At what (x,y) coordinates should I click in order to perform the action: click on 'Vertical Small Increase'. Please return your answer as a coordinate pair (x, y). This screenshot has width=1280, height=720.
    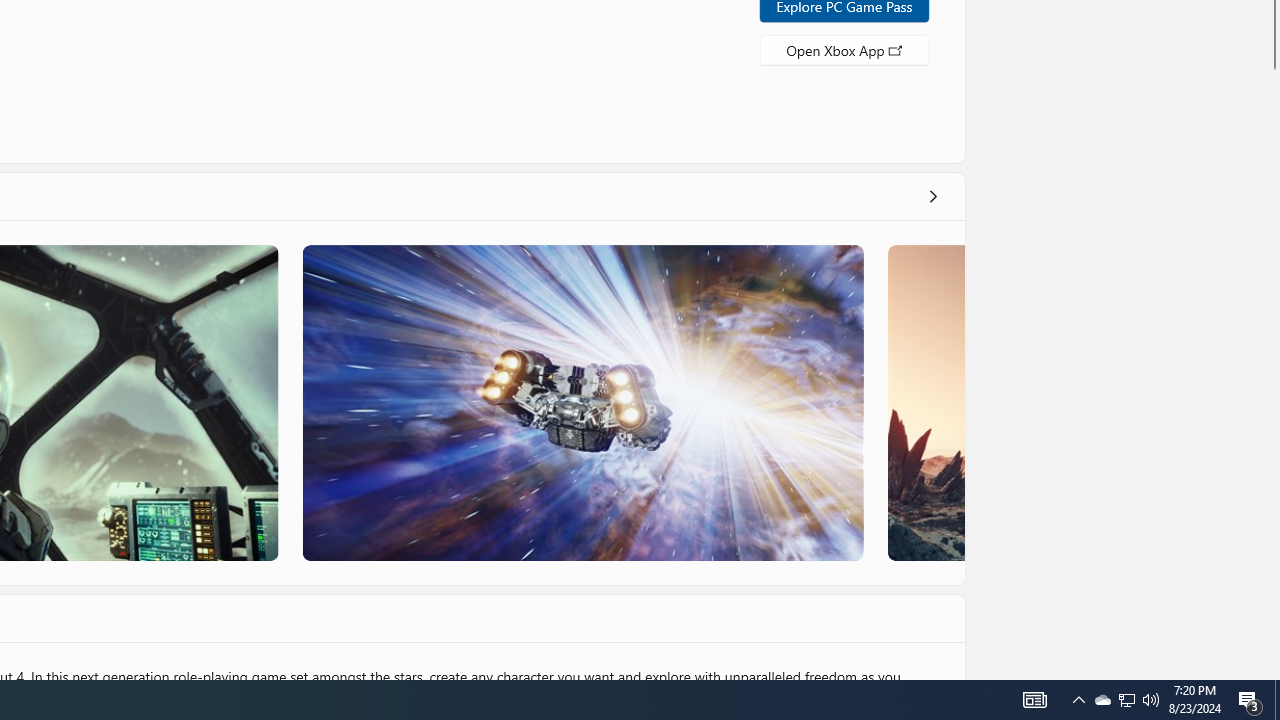
    Looking at the image, I should click on (1271, 672).